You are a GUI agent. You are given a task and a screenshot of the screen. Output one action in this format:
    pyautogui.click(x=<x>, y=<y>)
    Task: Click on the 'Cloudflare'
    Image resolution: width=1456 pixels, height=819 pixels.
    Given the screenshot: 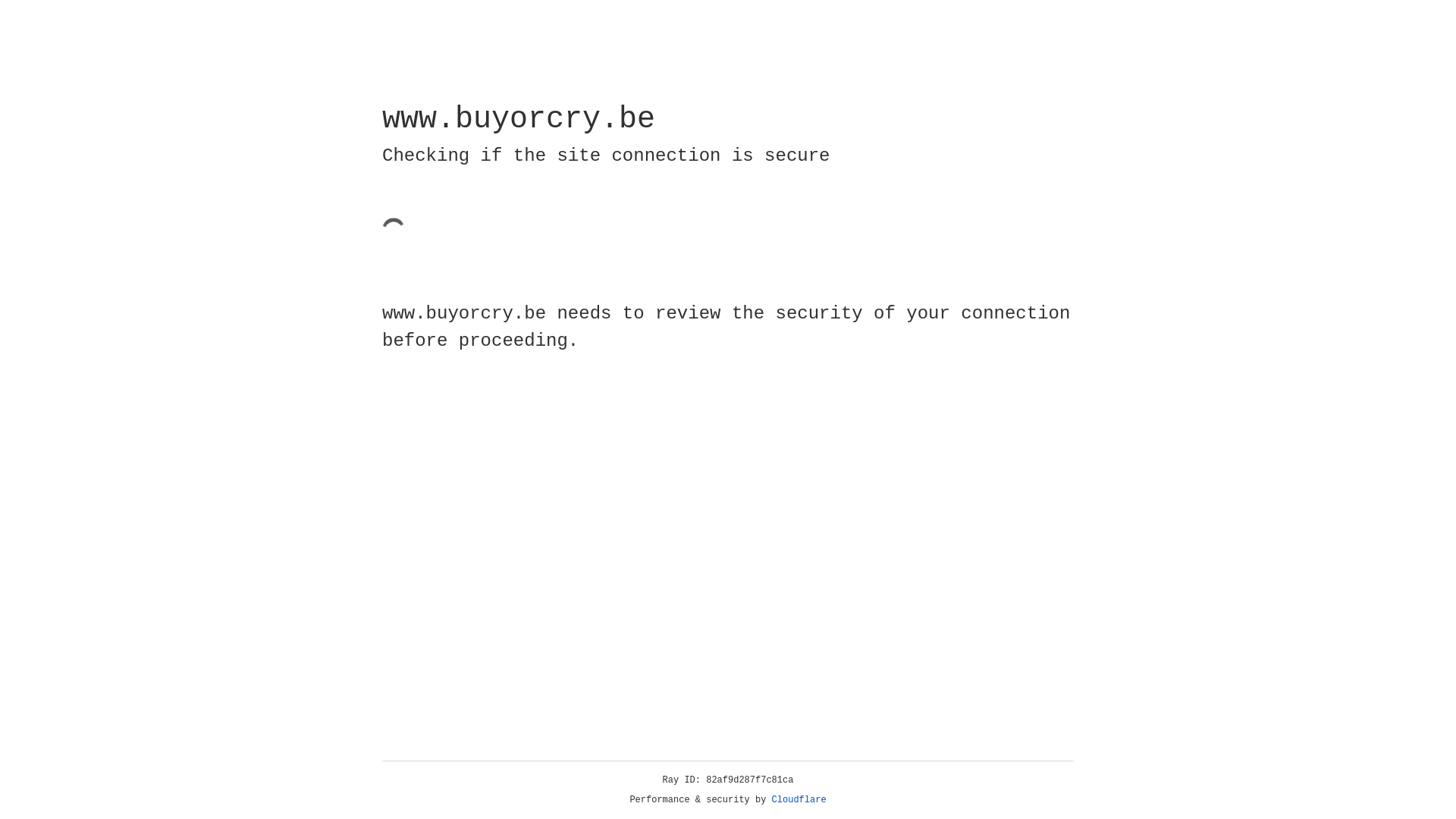 What is the action you would take?
    pyautogui.click(x=799, y=799)
    